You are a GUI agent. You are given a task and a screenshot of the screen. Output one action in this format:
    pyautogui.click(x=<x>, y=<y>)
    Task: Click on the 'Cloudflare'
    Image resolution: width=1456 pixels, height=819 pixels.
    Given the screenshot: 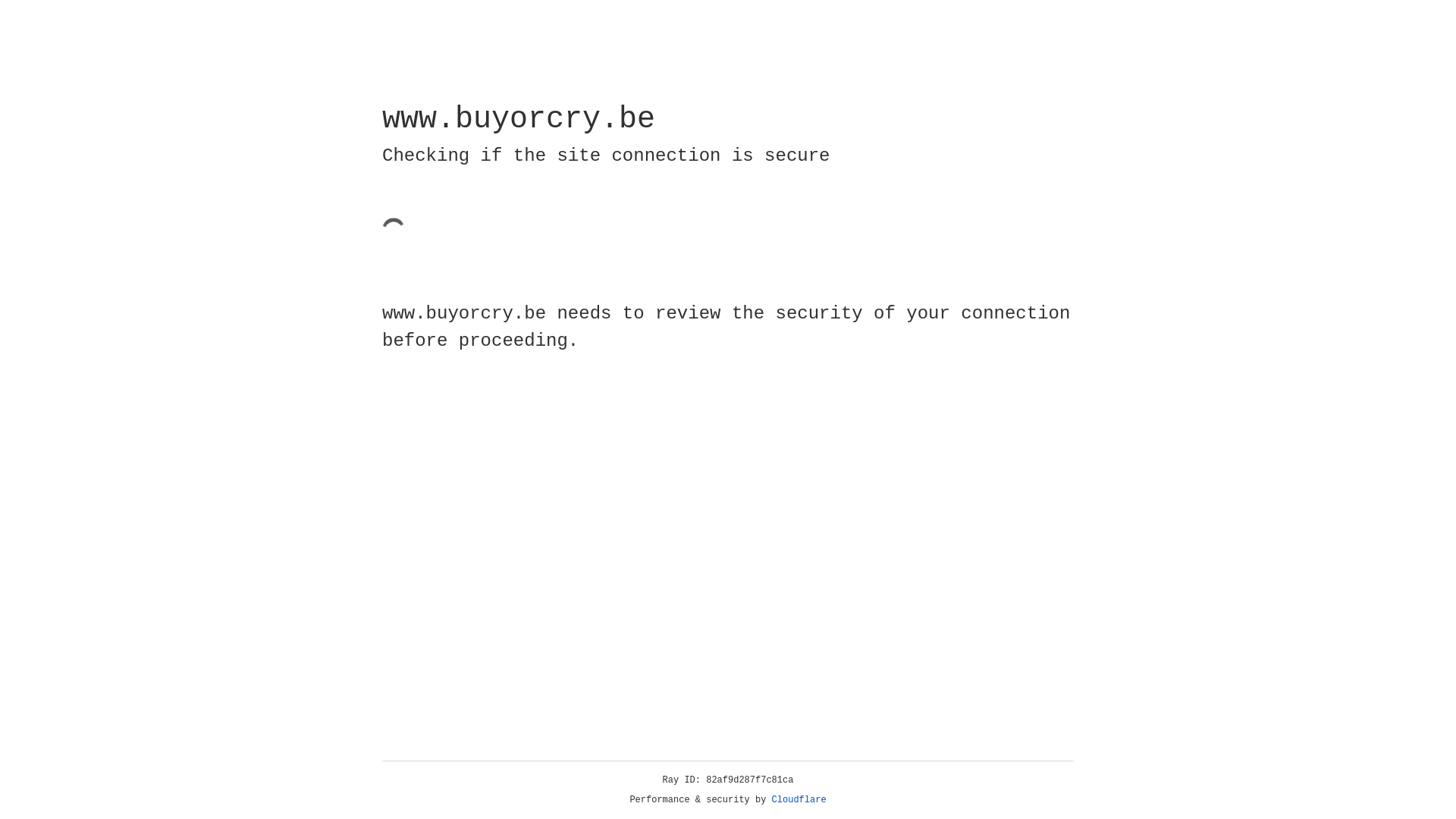 What is the action you would take?
    pyautogui.click(x=799, y=799)
    